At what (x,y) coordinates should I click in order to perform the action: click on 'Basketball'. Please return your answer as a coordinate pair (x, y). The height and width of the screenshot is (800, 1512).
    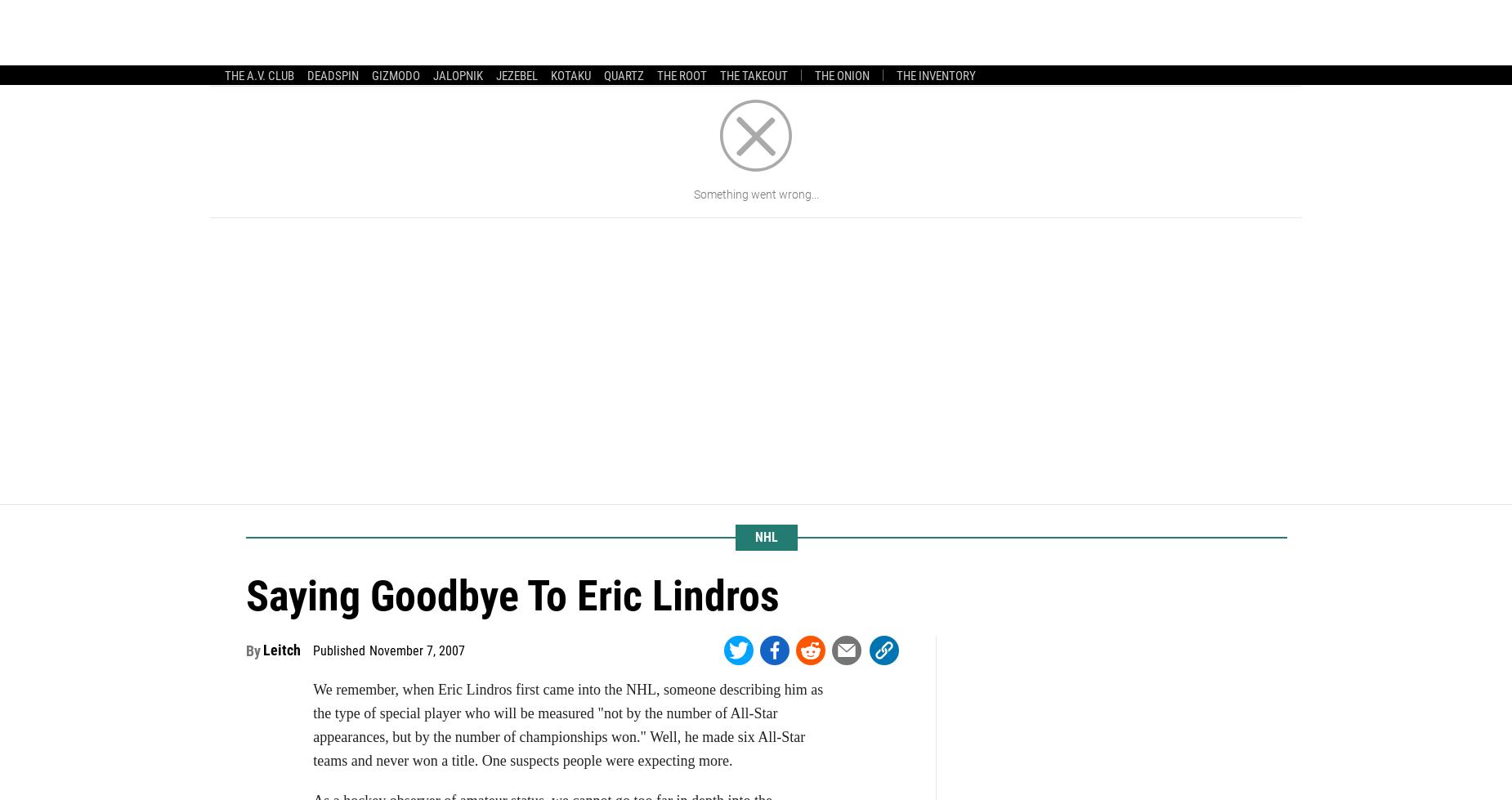
    Looking at the image, I should click on (767, 27).